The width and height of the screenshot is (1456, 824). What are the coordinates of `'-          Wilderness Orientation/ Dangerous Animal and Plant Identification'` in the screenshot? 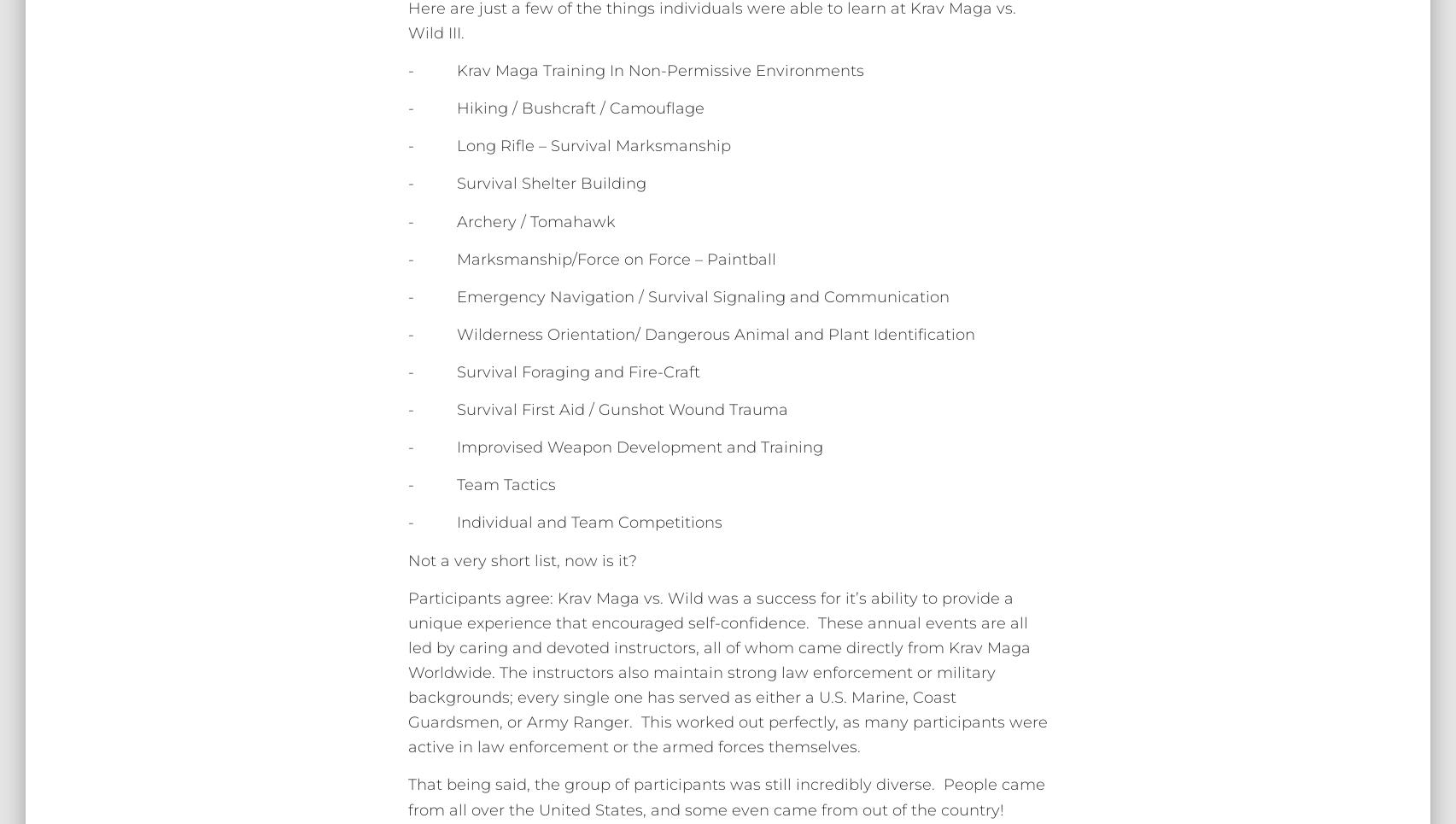 It's located at (691, 333).